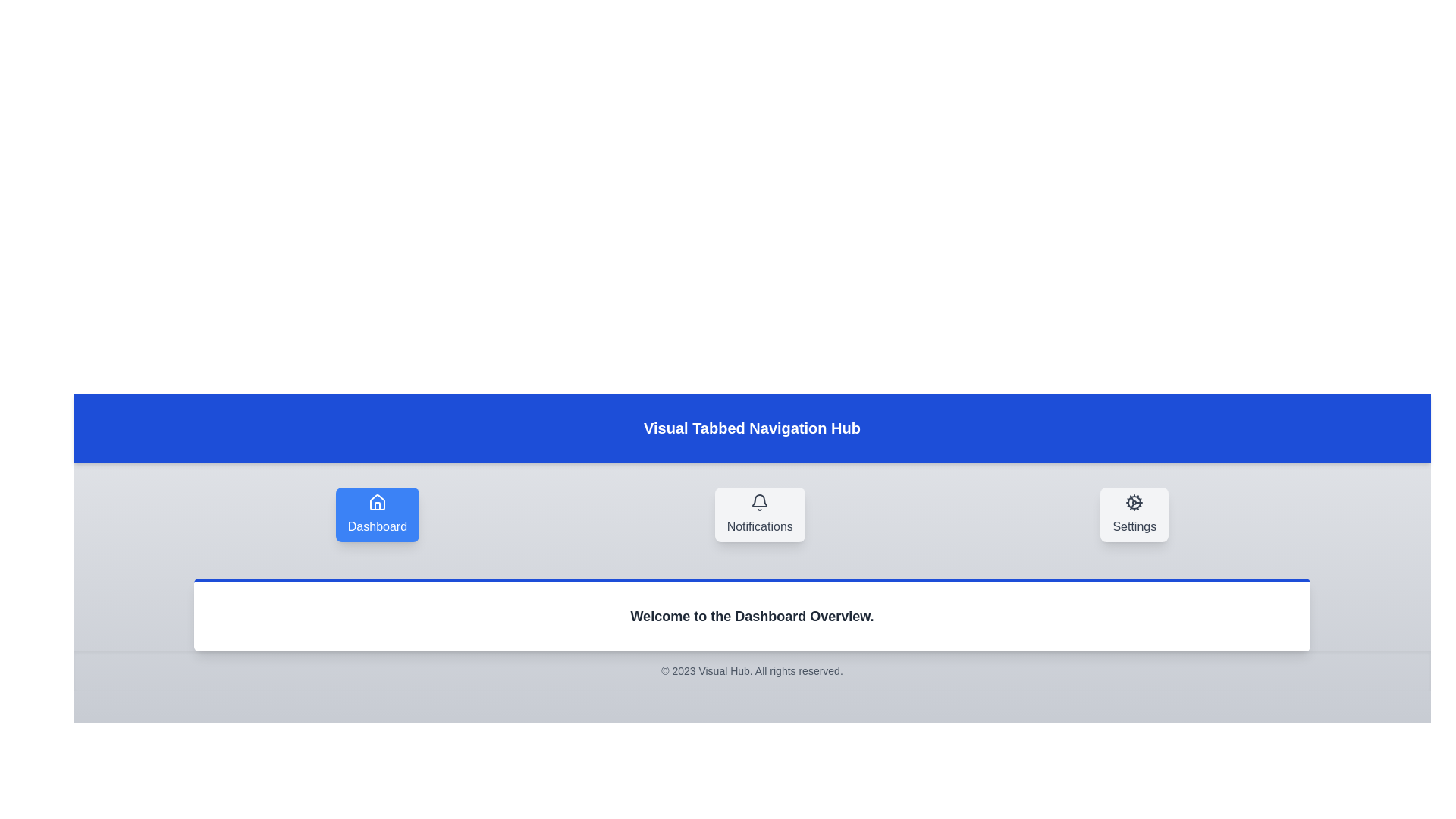 The image size is (1456, 819). I want to click on the blue 'Dashboard' button with a house icon, so click(377, 513).